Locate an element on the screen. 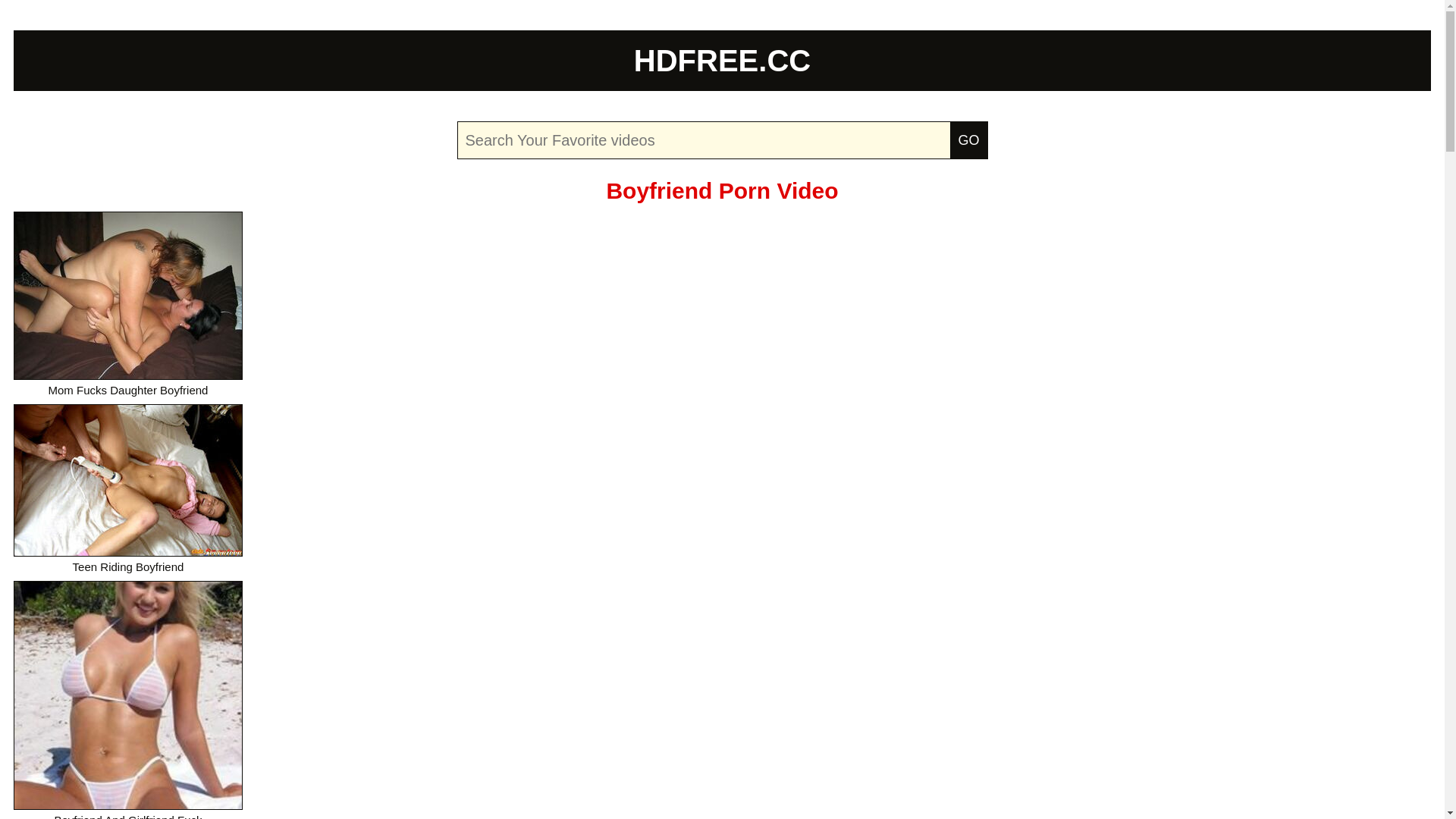 Image resolution: width=1456 pixels, height=819 pixels. 'HDFREE.CC' is located at coordinates (721, 60).